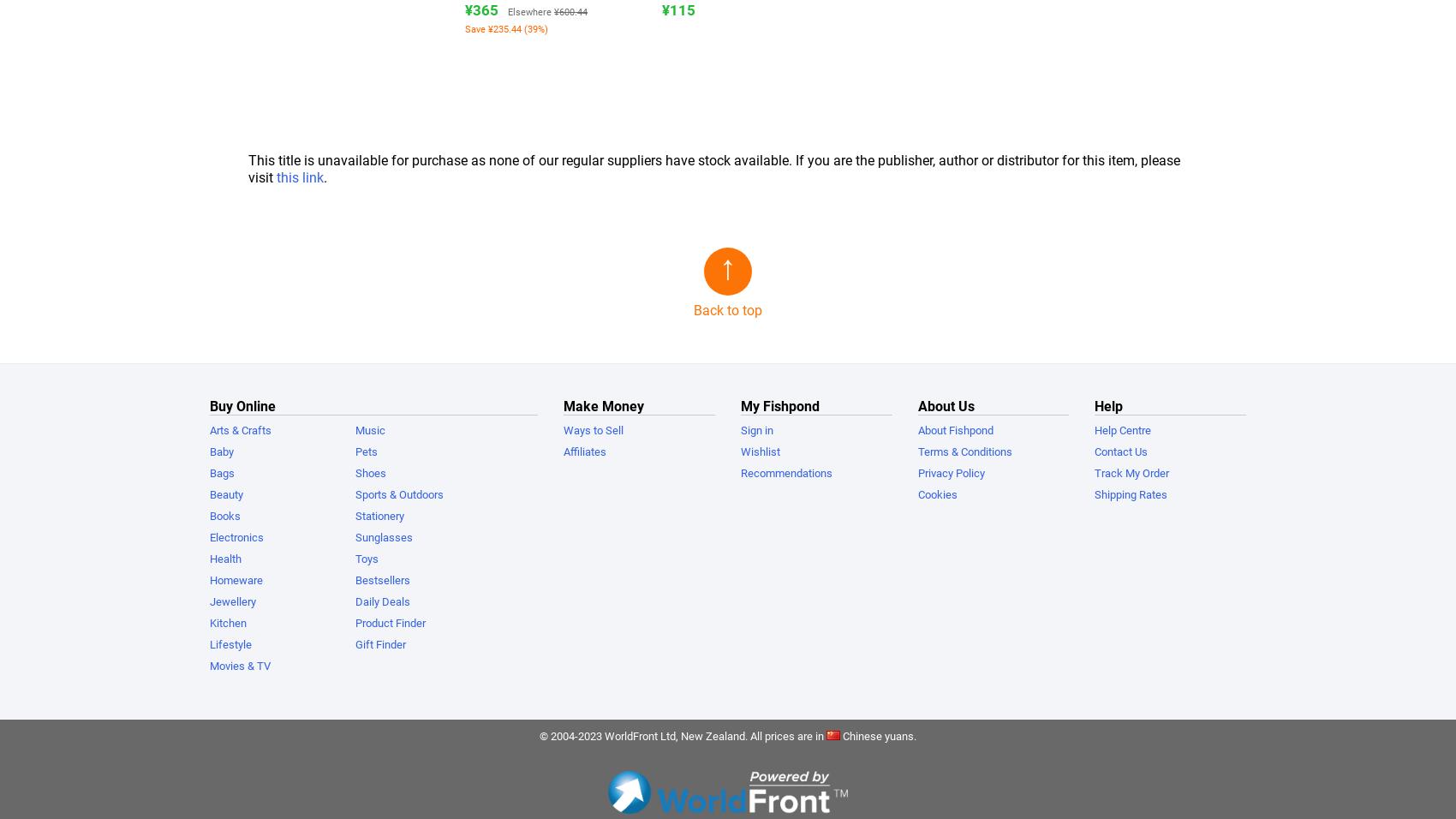  I want to click on 'Movies & TV', so click(209, 665).